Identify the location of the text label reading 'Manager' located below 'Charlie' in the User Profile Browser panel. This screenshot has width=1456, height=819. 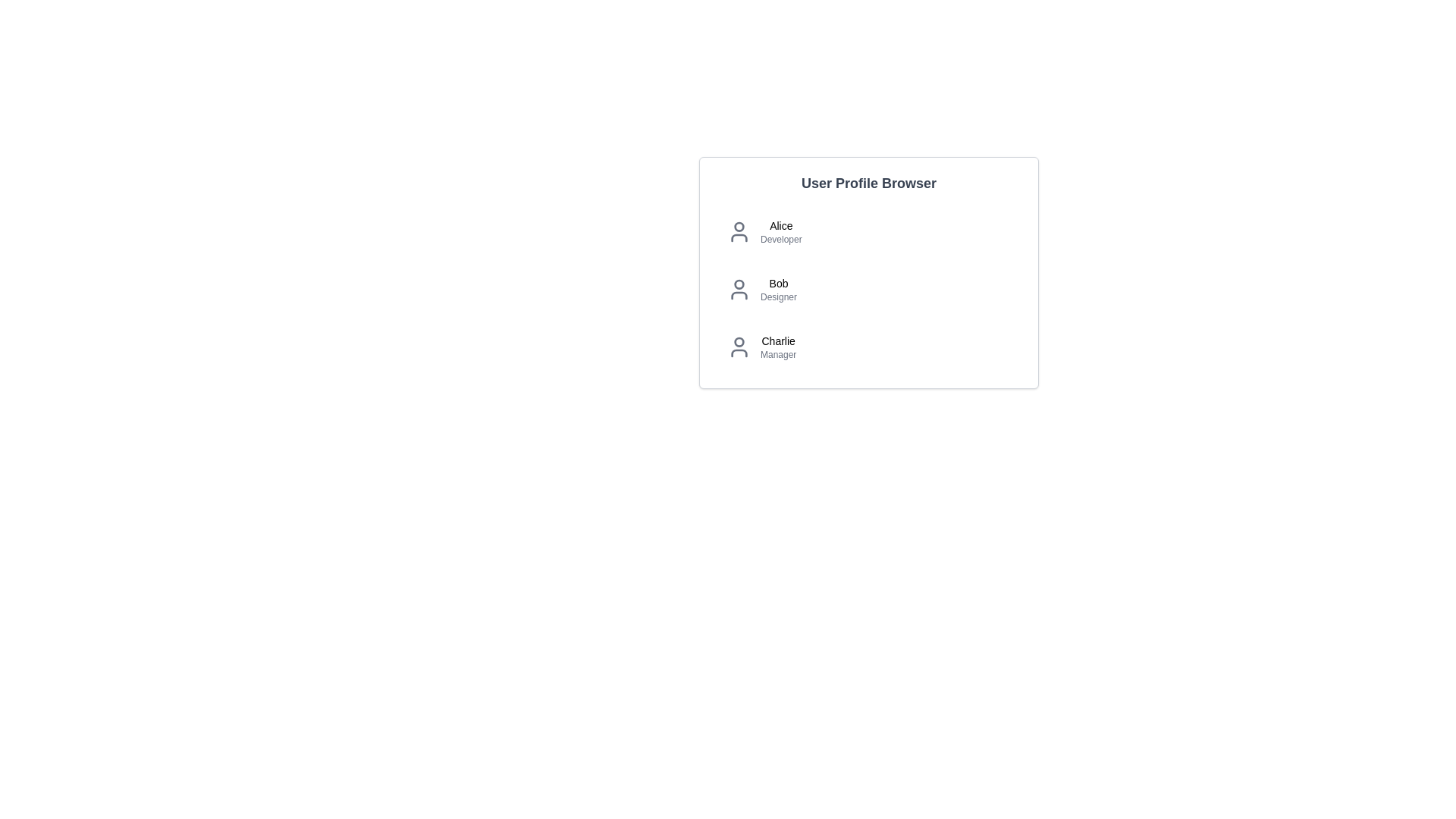
(778, 354).